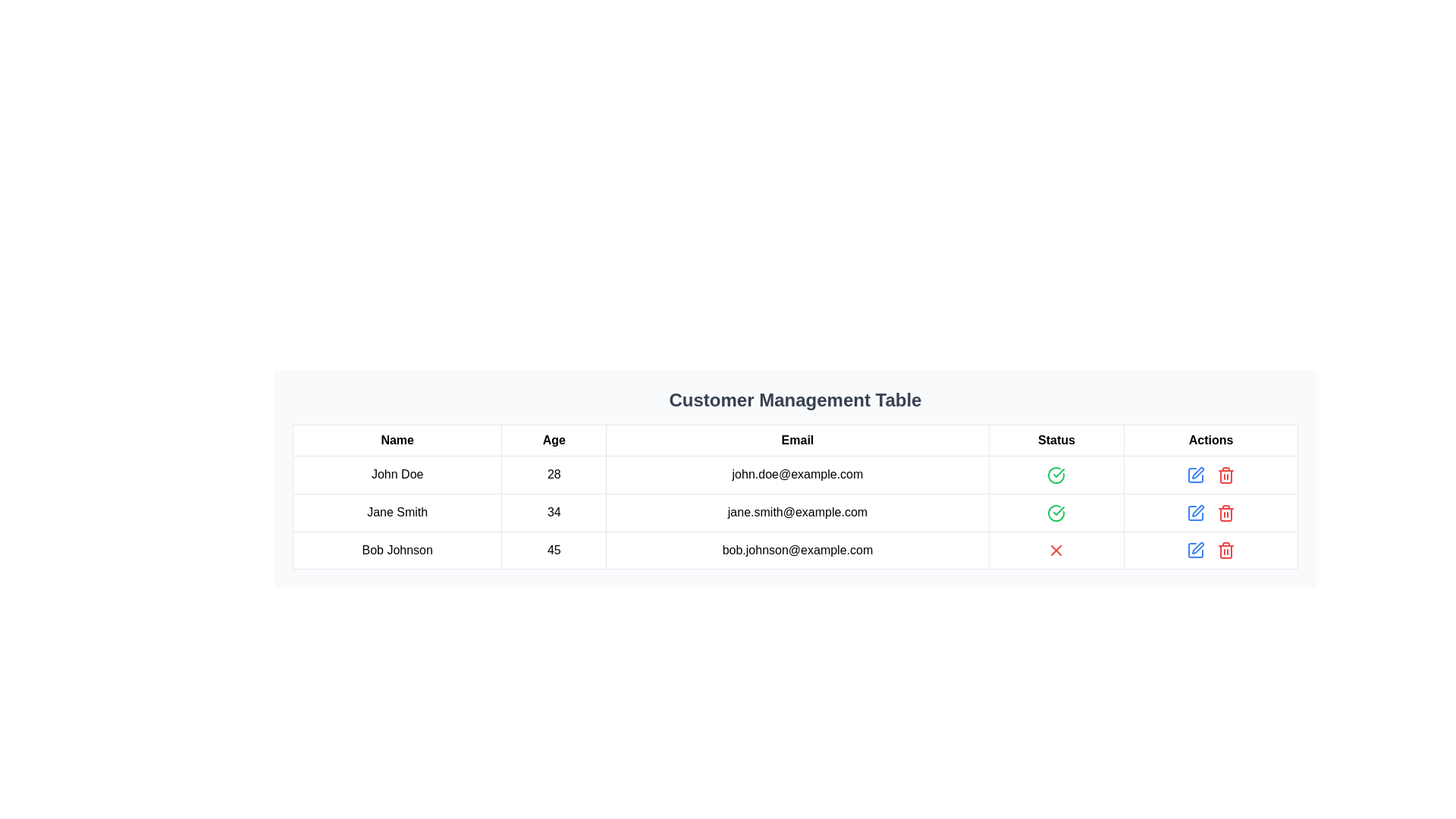 This screenshot has height=819, width=1456. I want to click on the edit icon button, which is the second icon from the left in the 'Actions' column of the last row in the customer management table, so click(1197, 548).